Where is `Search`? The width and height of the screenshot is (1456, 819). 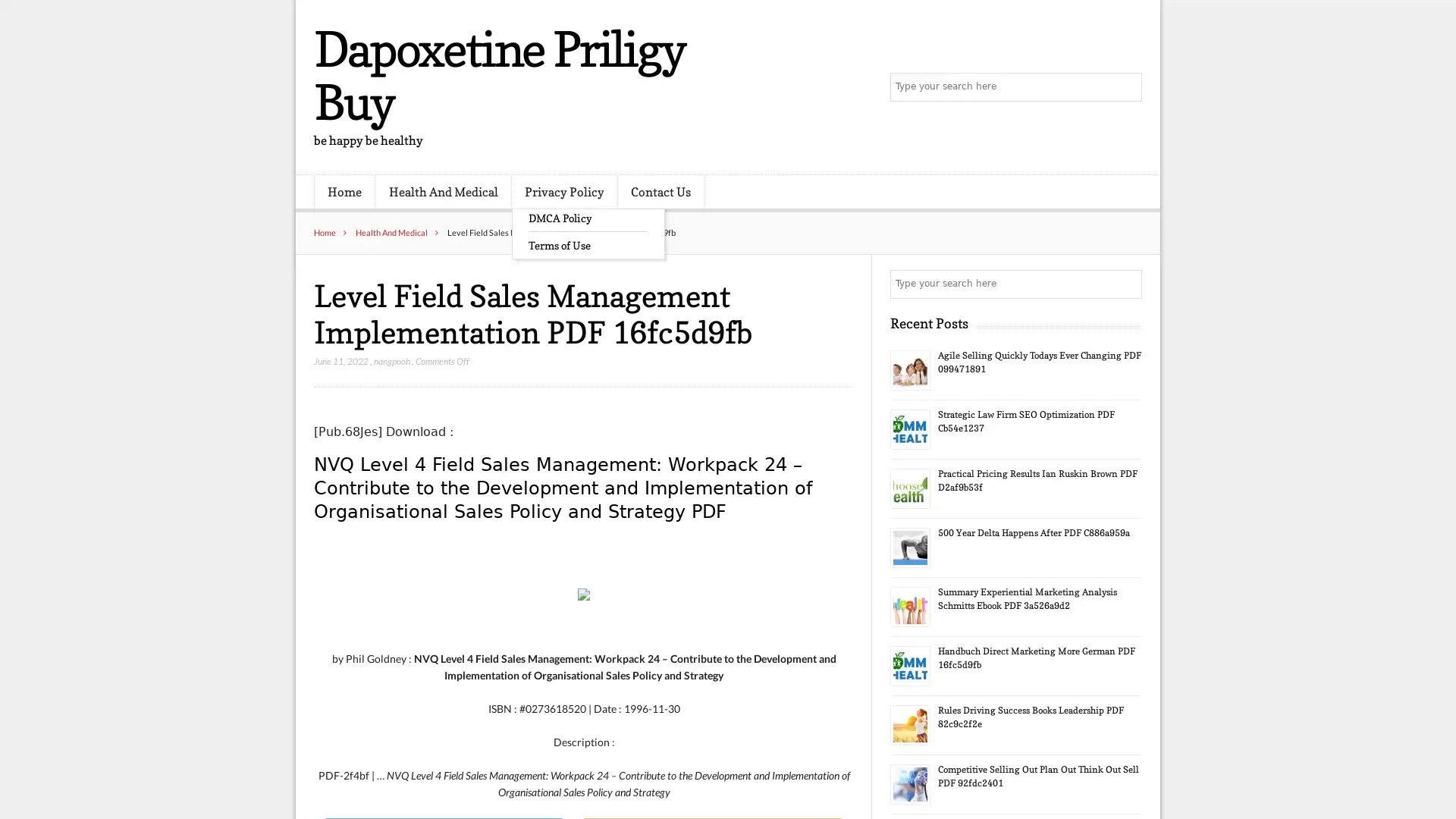
Search is located at coordinates (1126, 284).